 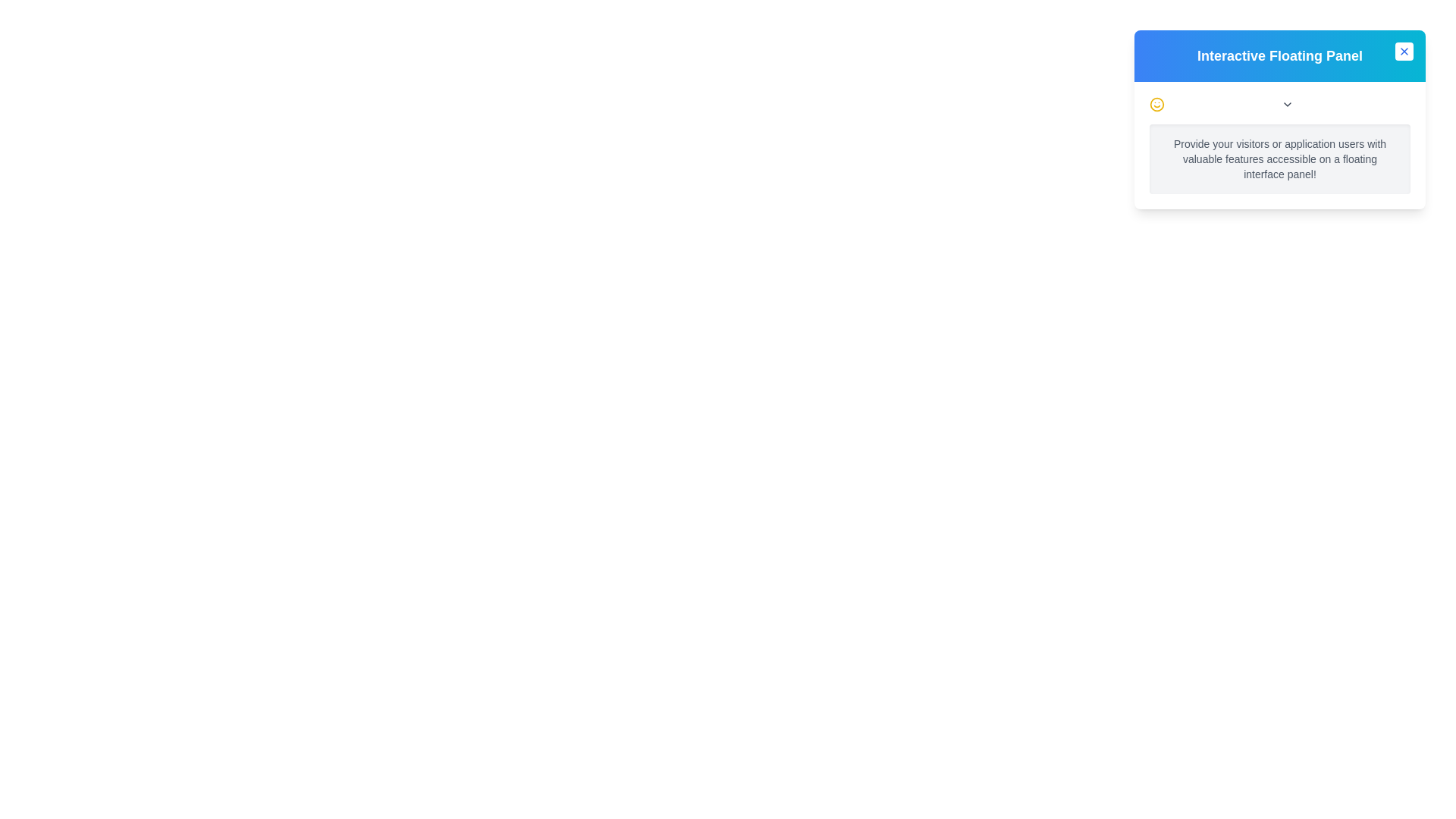 I want to click on the downward triangle icon located in the dropdown menu situated near the top of the floating panel, directly underneath the title bar, so click(x=1279, y=104).